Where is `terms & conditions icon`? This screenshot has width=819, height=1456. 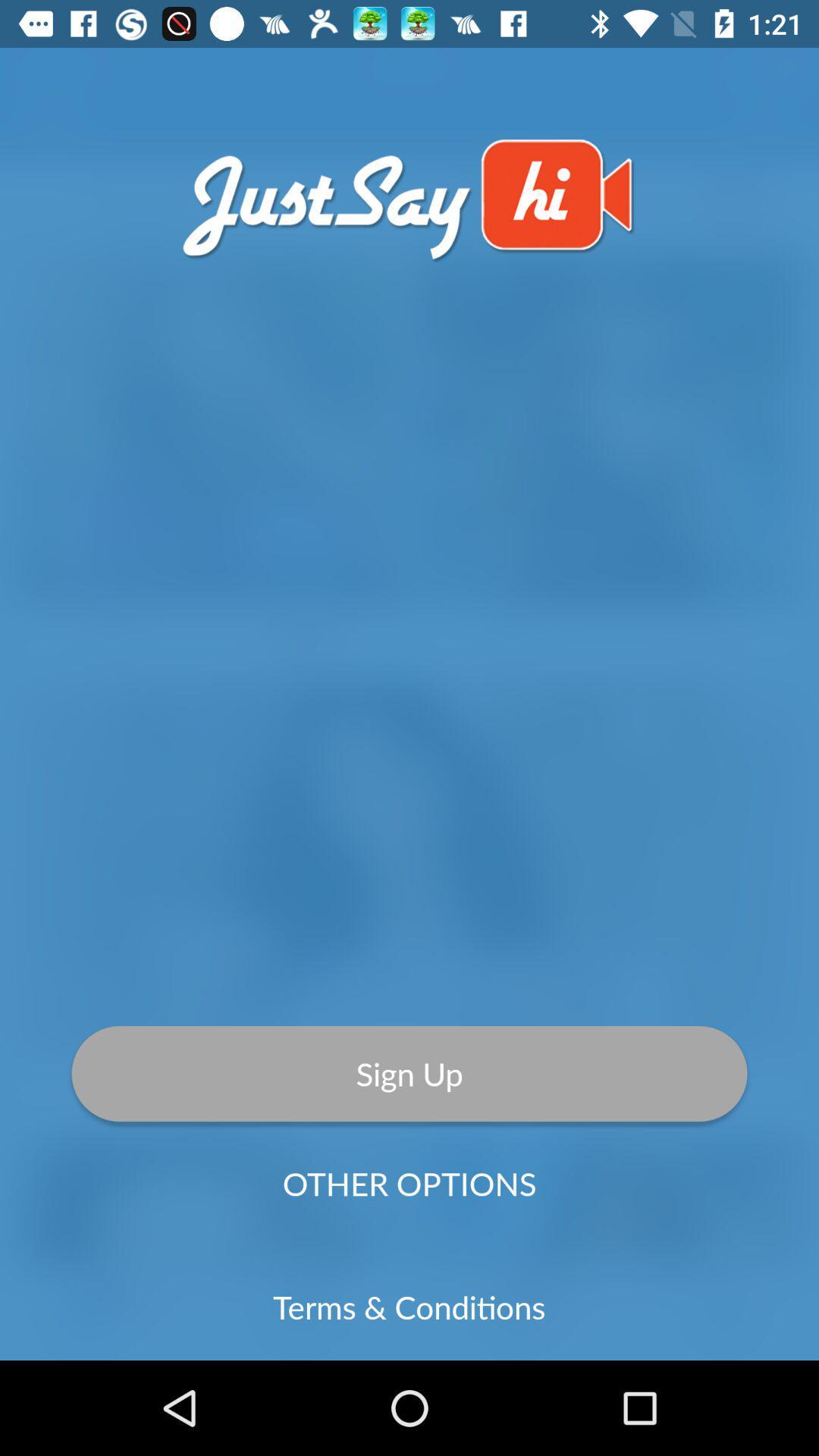 terms & conditions icon is located at coordinates (408, 1306).